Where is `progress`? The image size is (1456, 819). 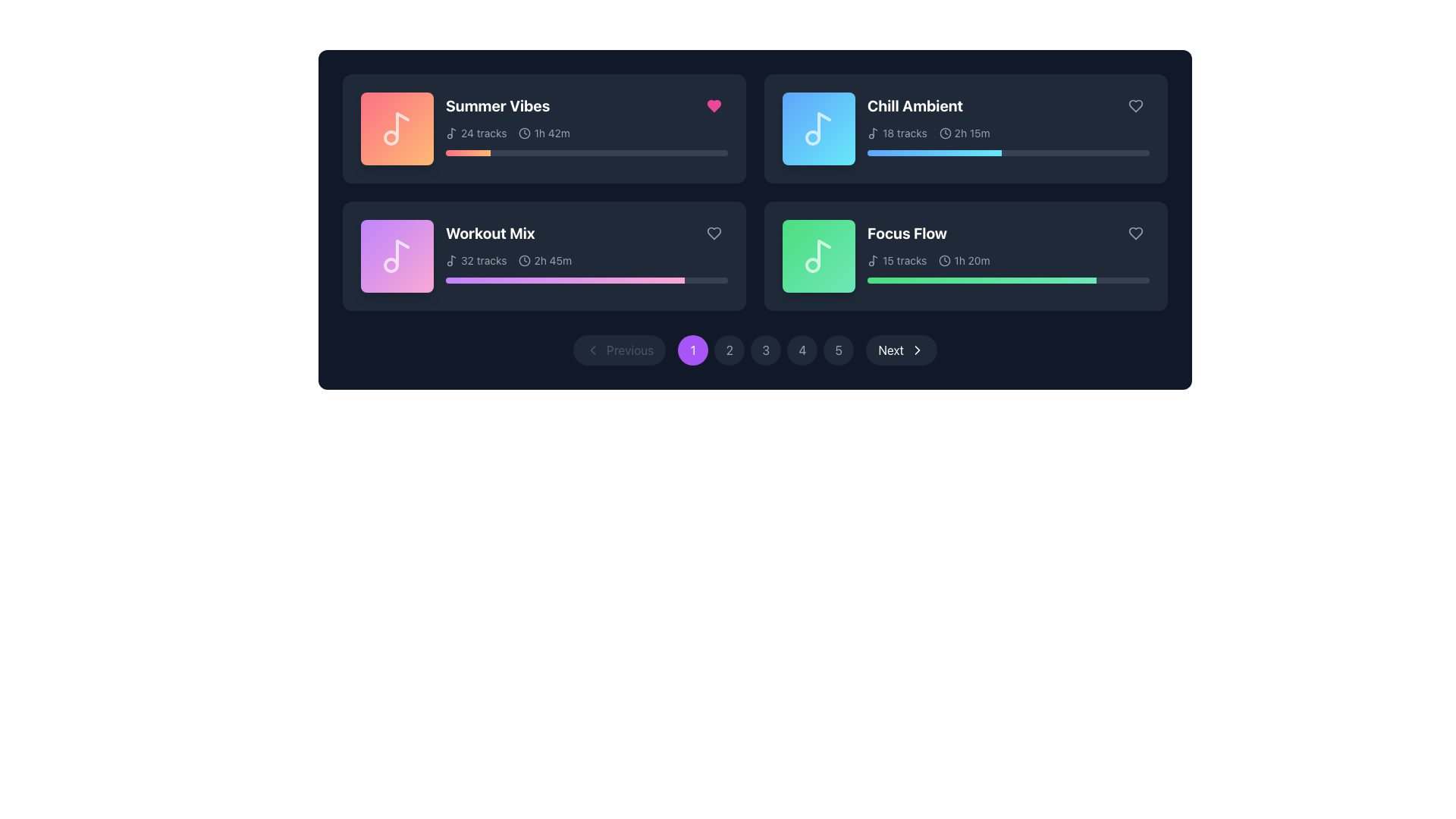
progress is located at coordinates (560, 281).